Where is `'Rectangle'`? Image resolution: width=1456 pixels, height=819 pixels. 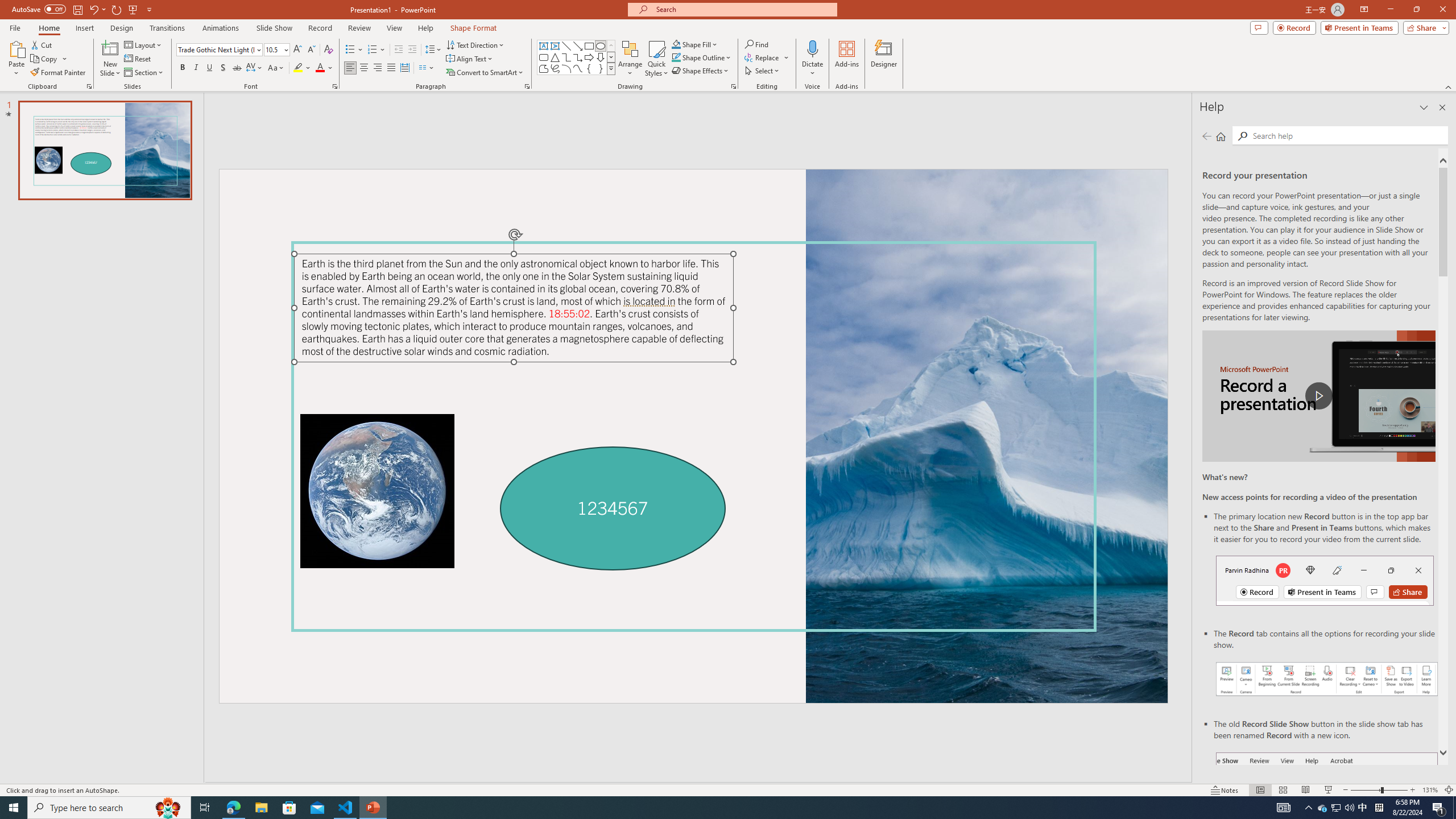 'Rectangle' is located at coordinates (589, 45).